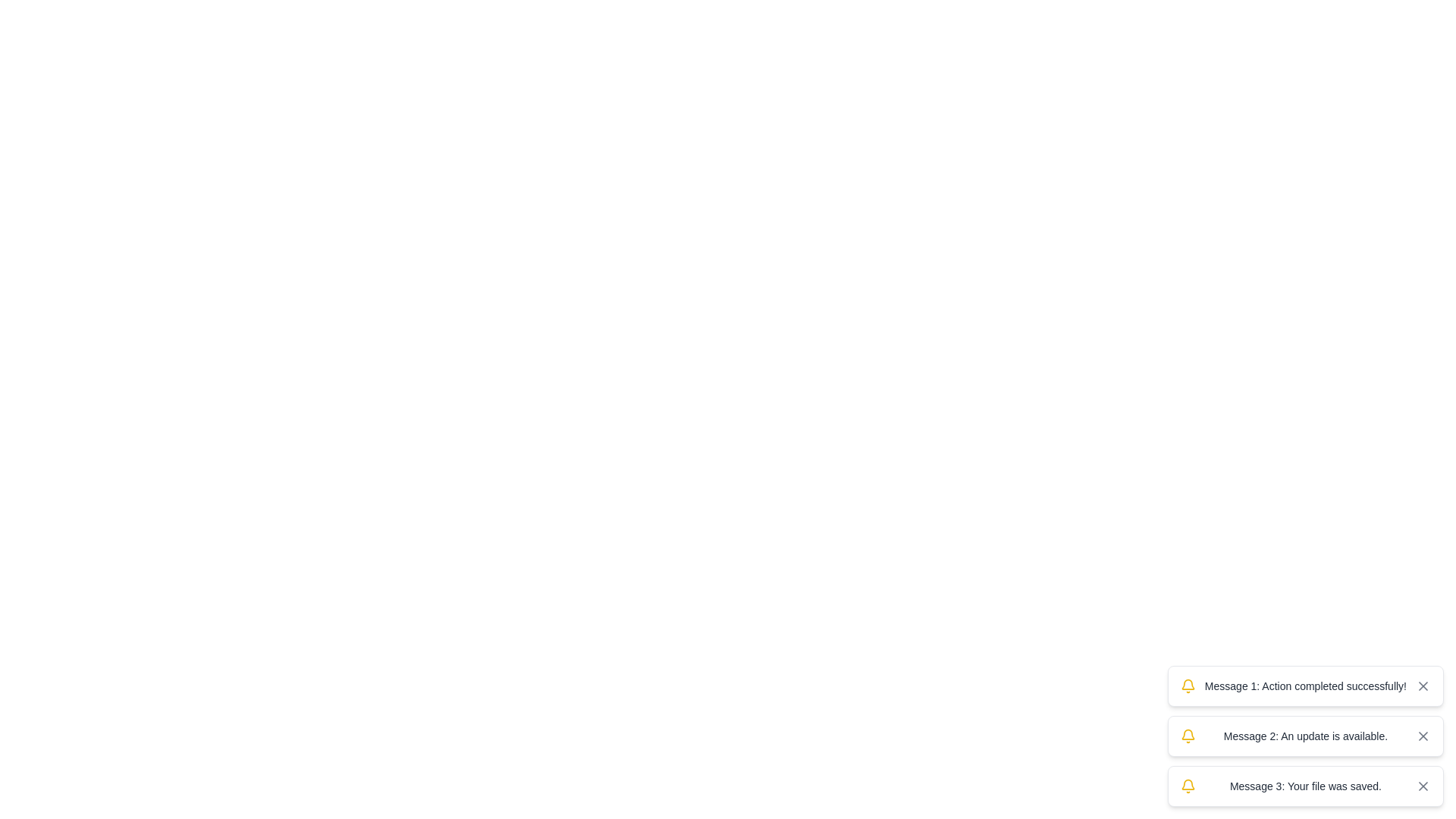 The image size is (1456, 819). I want to click on the gray 'X' mark icon at the bottom-right corner of the notification box displaying 'Message 3: Your file was saved.', so click(1422, 786).